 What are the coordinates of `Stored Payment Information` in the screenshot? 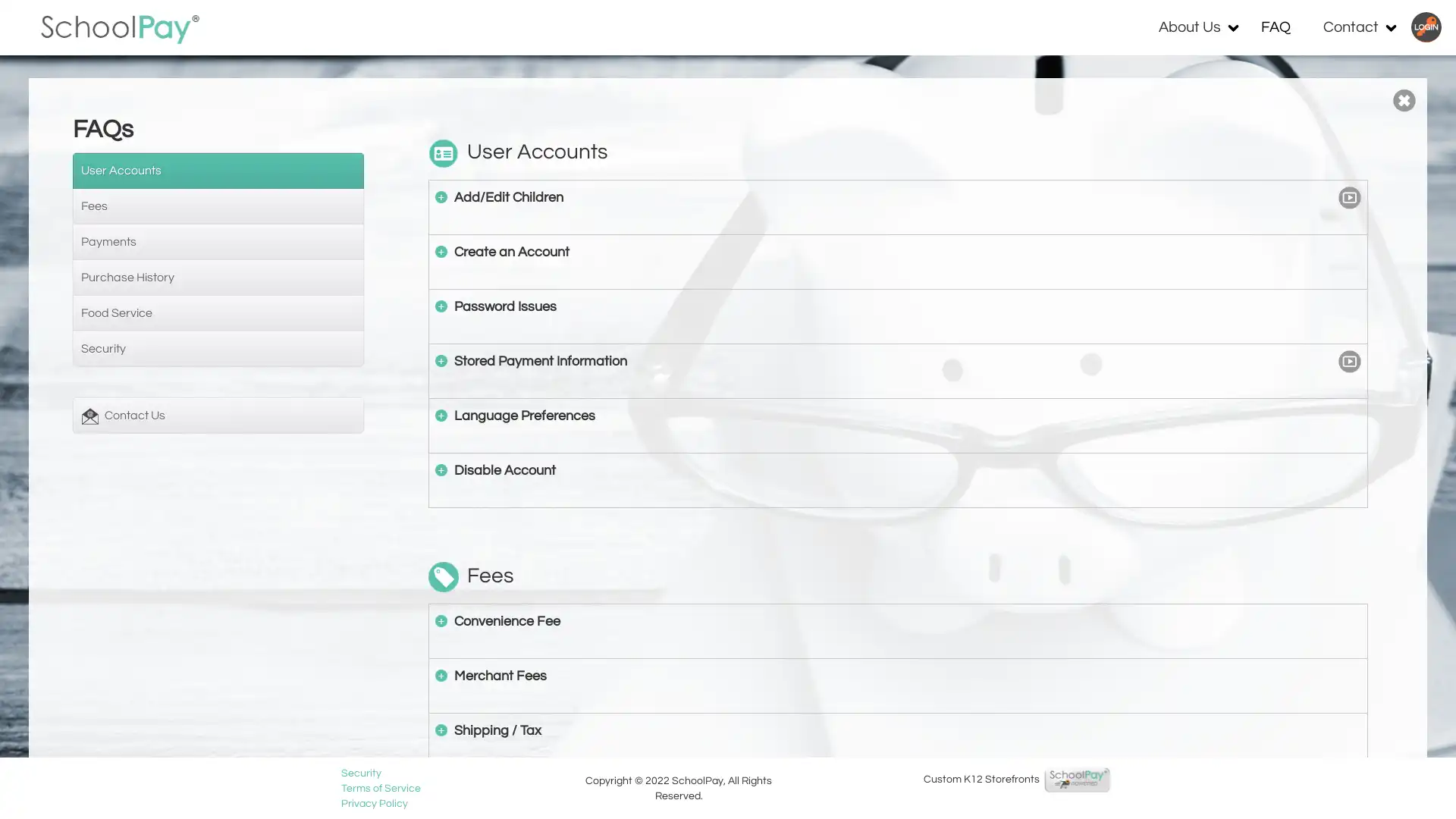 It's located at (440, 359).